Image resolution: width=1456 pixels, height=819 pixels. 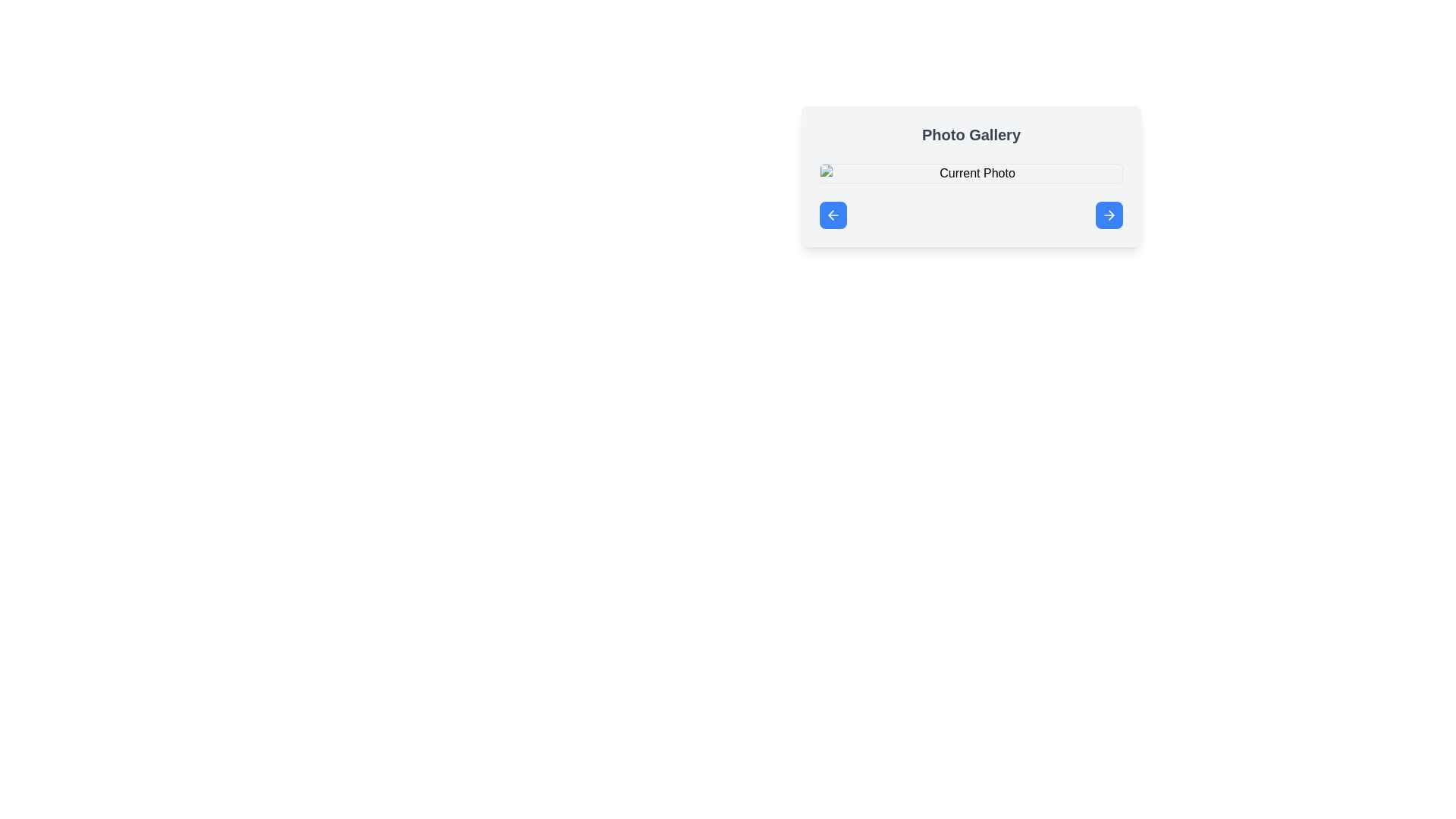 I want to click on the navigation button with a rounded blue background located at the bottom left of the 'Photo Gallery' interface, so click(x=833, y=215).